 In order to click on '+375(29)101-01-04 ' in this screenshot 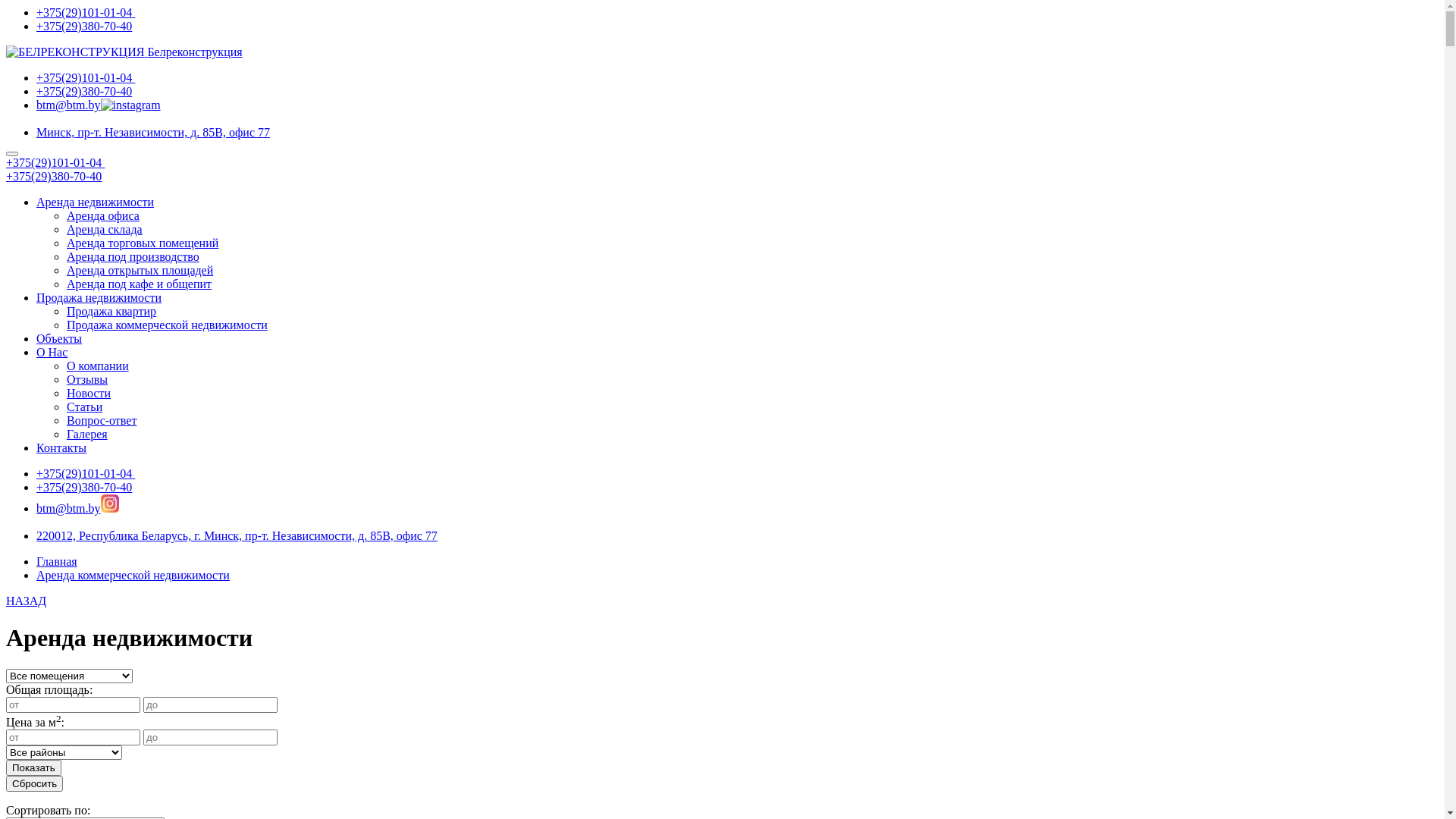, I will do `click(85, 472)`.